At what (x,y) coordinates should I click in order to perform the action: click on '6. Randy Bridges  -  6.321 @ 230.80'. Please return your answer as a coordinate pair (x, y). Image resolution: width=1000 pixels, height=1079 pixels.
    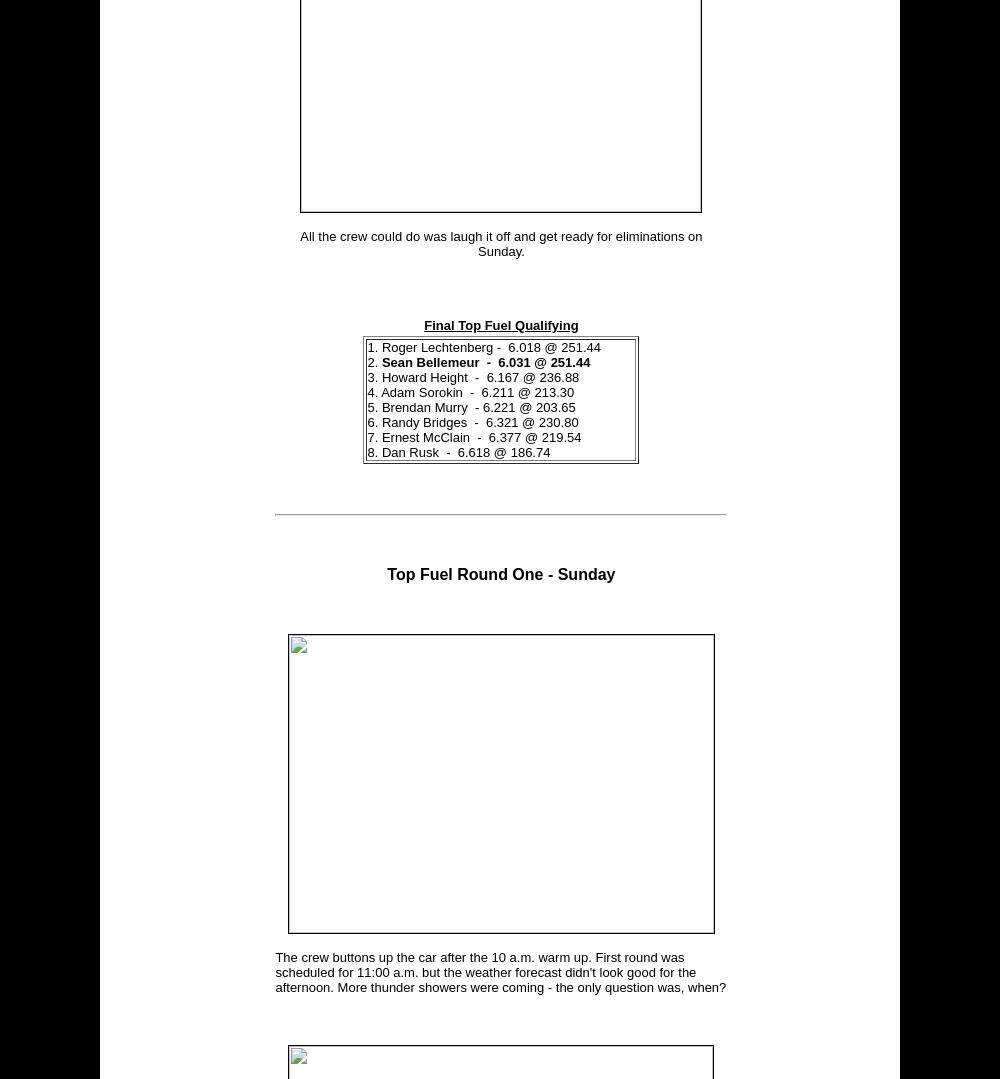
    Looking at the image, I should click on (471, 422).